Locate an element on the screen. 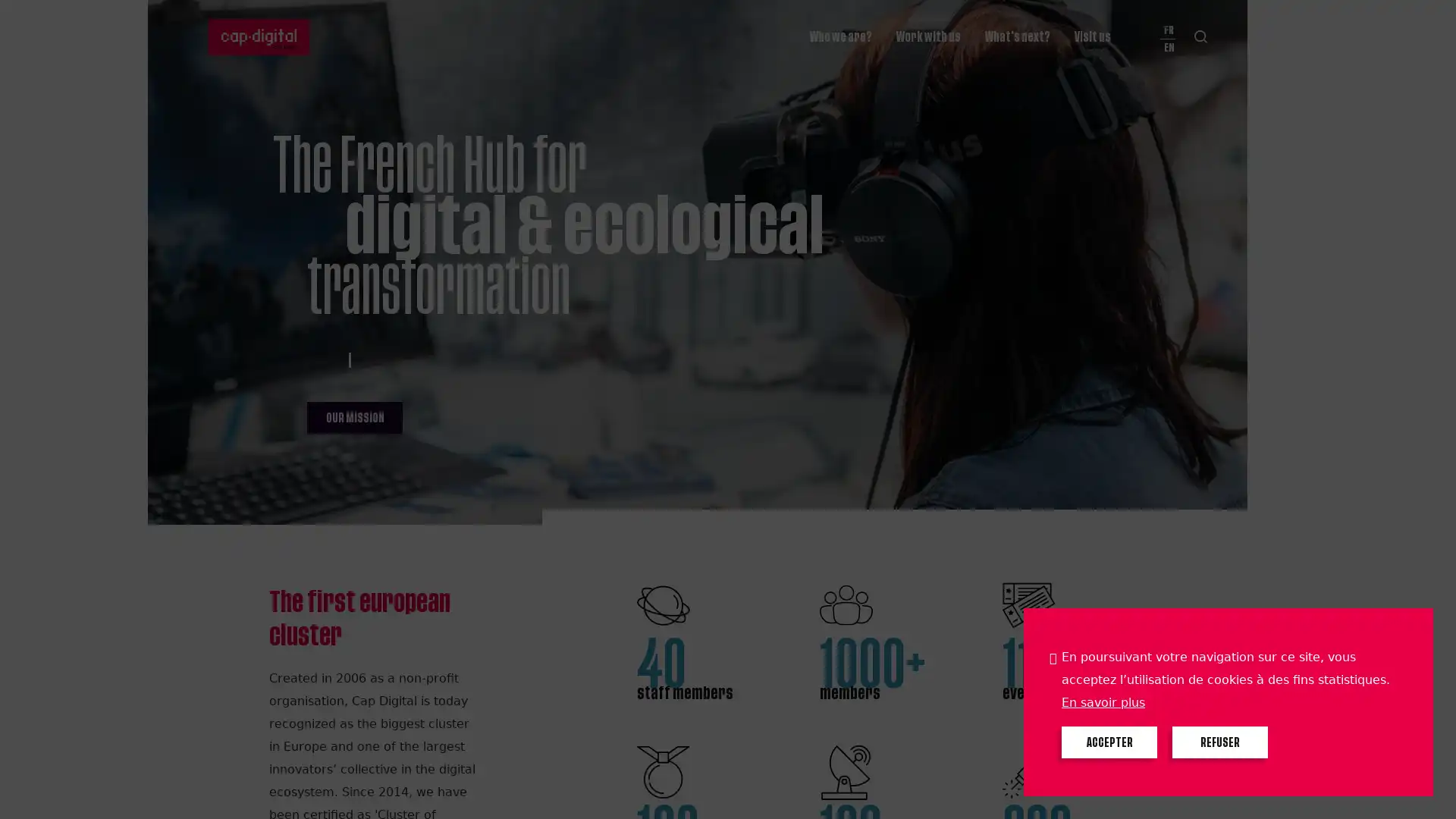  Subscribe is located at coordinates (808, 17).